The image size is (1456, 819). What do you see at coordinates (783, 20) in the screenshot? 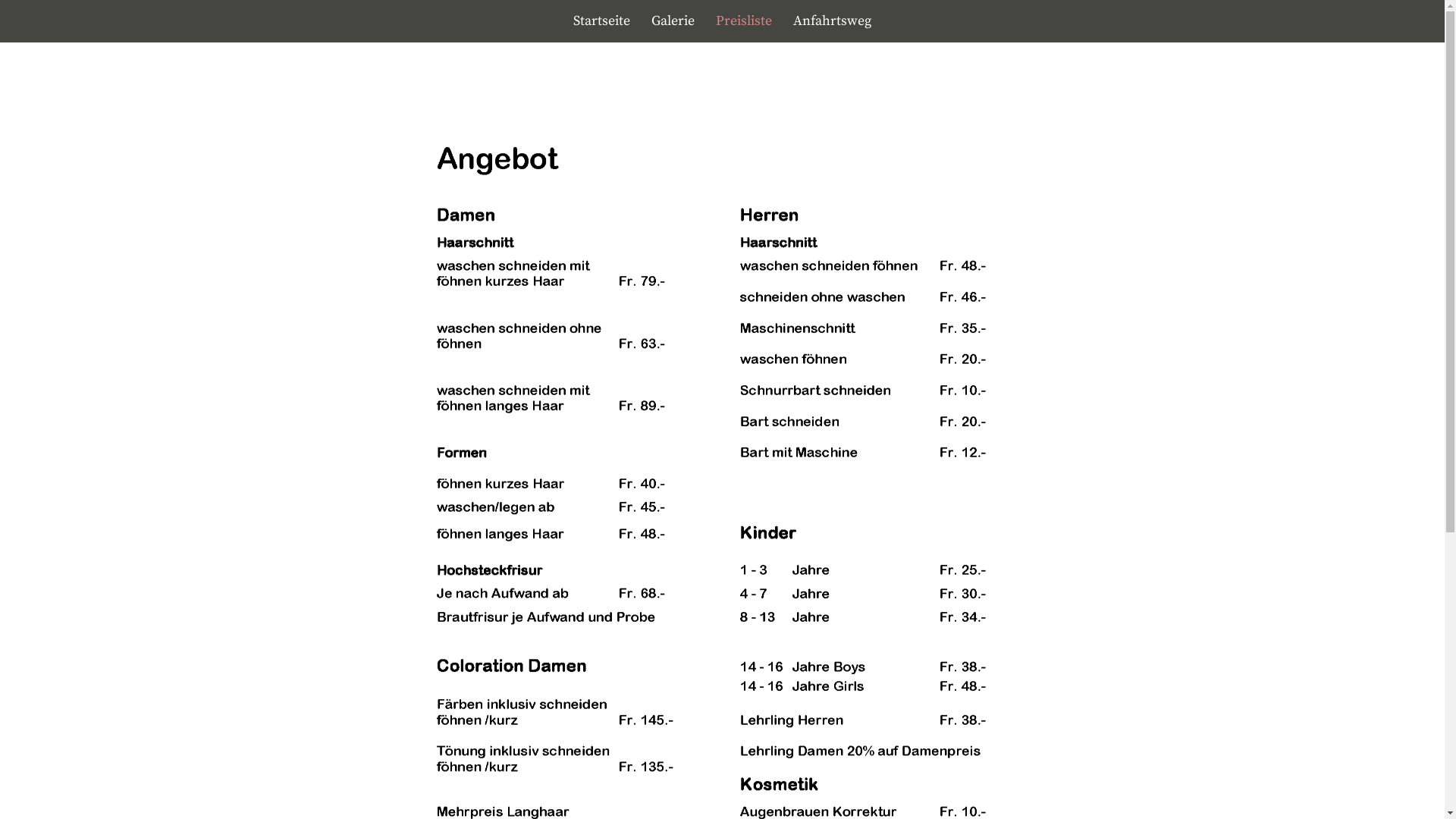
I see `'Anfahrtsweg'` at bounding box center [783, 20].